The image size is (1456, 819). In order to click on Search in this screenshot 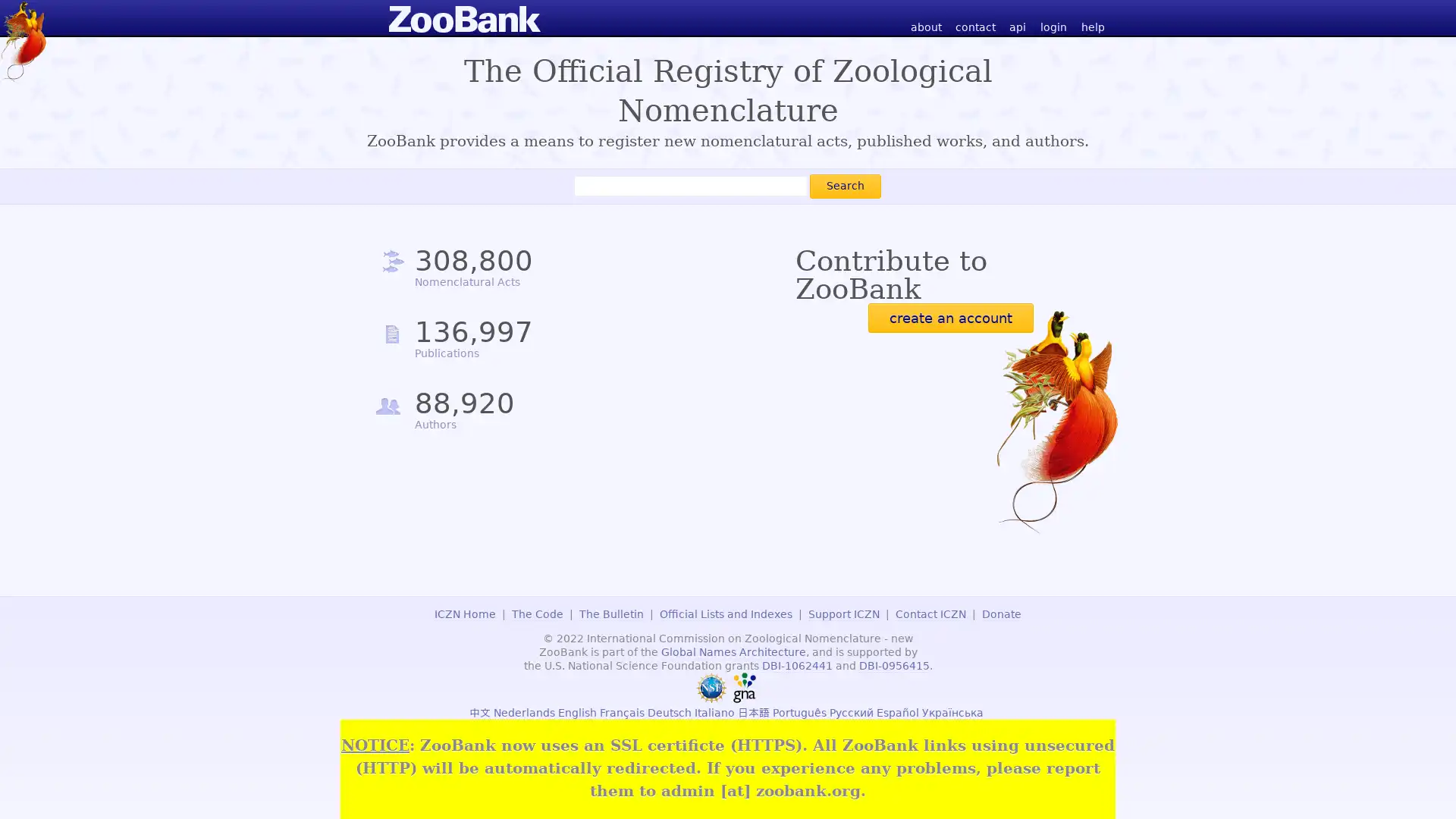, I will do `click(844, 185)`.